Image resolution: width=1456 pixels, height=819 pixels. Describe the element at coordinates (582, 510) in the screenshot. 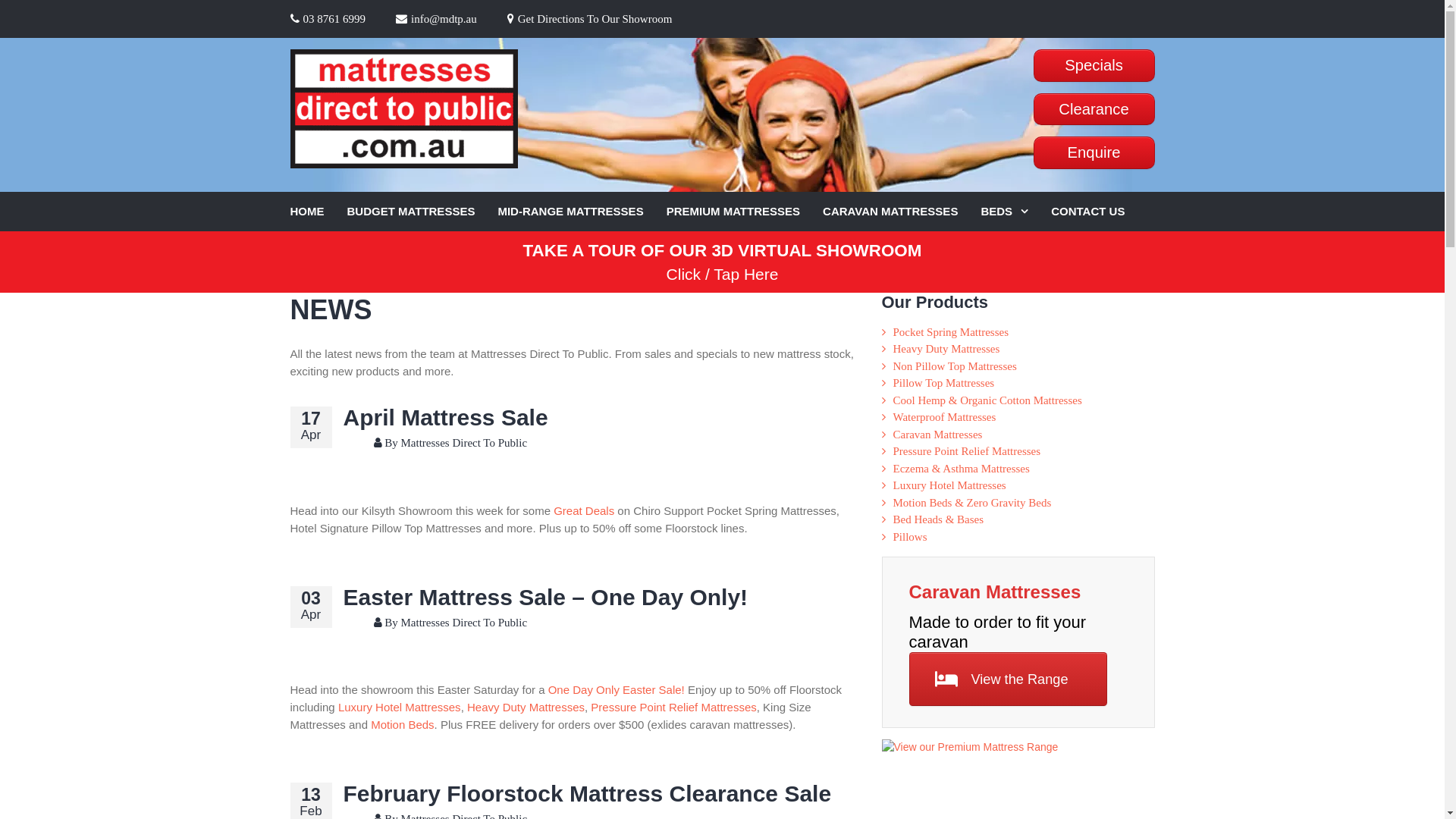

I see `'Great Deals'` at that location.